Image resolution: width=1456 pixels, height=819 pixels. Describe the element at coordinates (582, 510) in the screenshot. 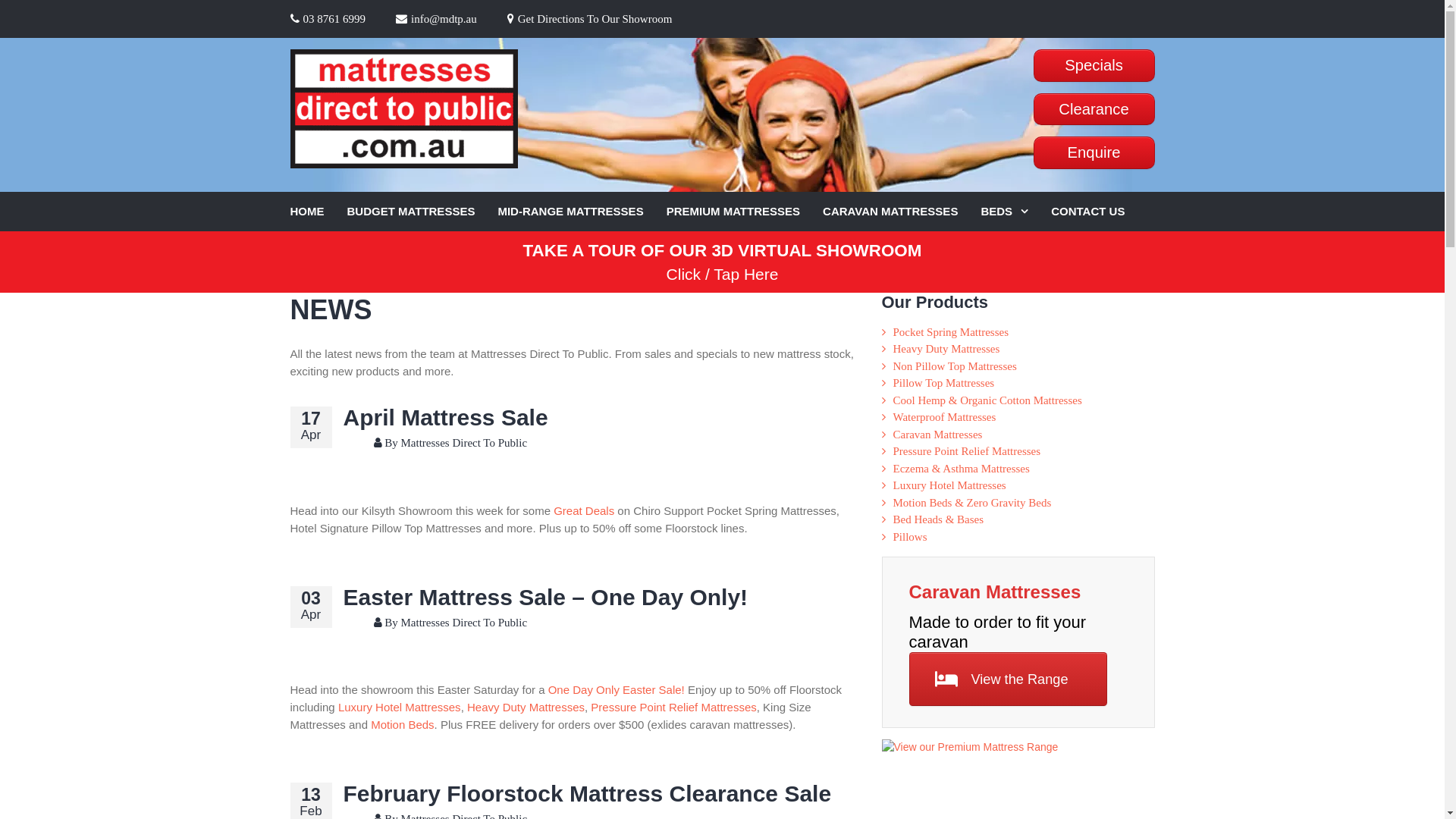

I see `'Great Deals'` at that location.